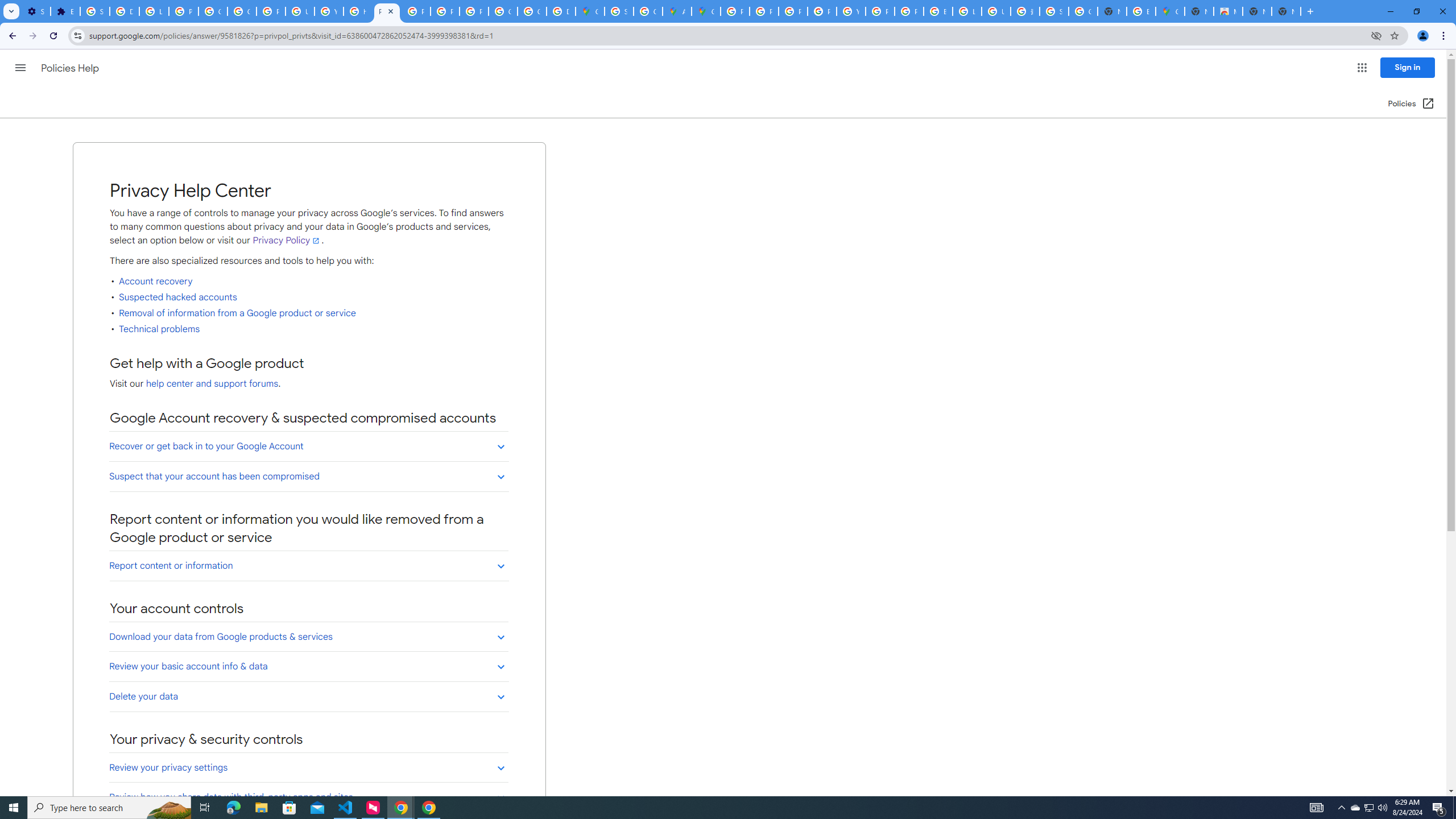  What do you see at coordinates (71, 68) in the screenshot?
I see `'Policies Help'` at bounding box center [71, 68].